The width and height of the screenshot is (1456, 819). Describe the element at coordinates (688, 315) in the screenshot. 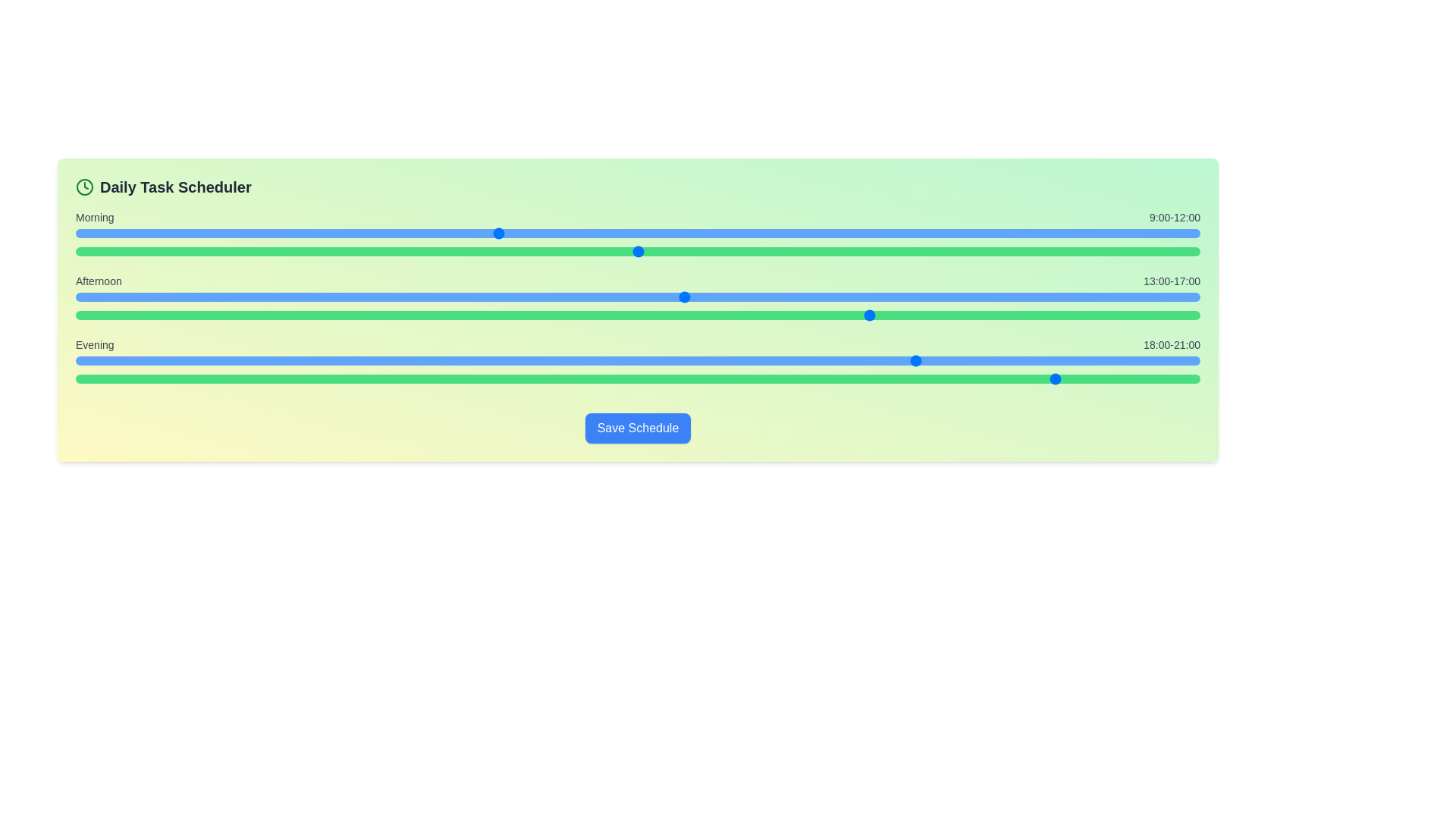

I see `the end time for the afternoon period to 19 hours` at that location.